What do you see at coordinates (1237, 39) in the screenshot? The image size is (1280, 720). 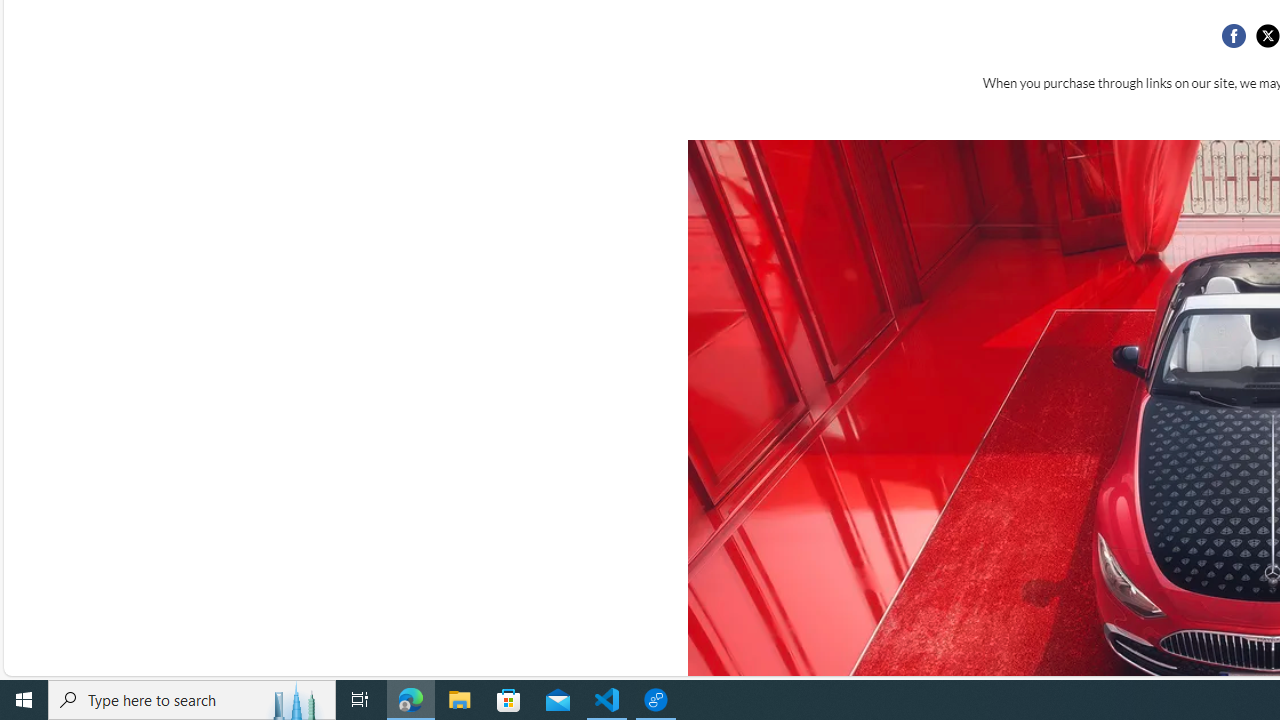 I see `'Class: social__item'` at bounding box center [1237, 39].